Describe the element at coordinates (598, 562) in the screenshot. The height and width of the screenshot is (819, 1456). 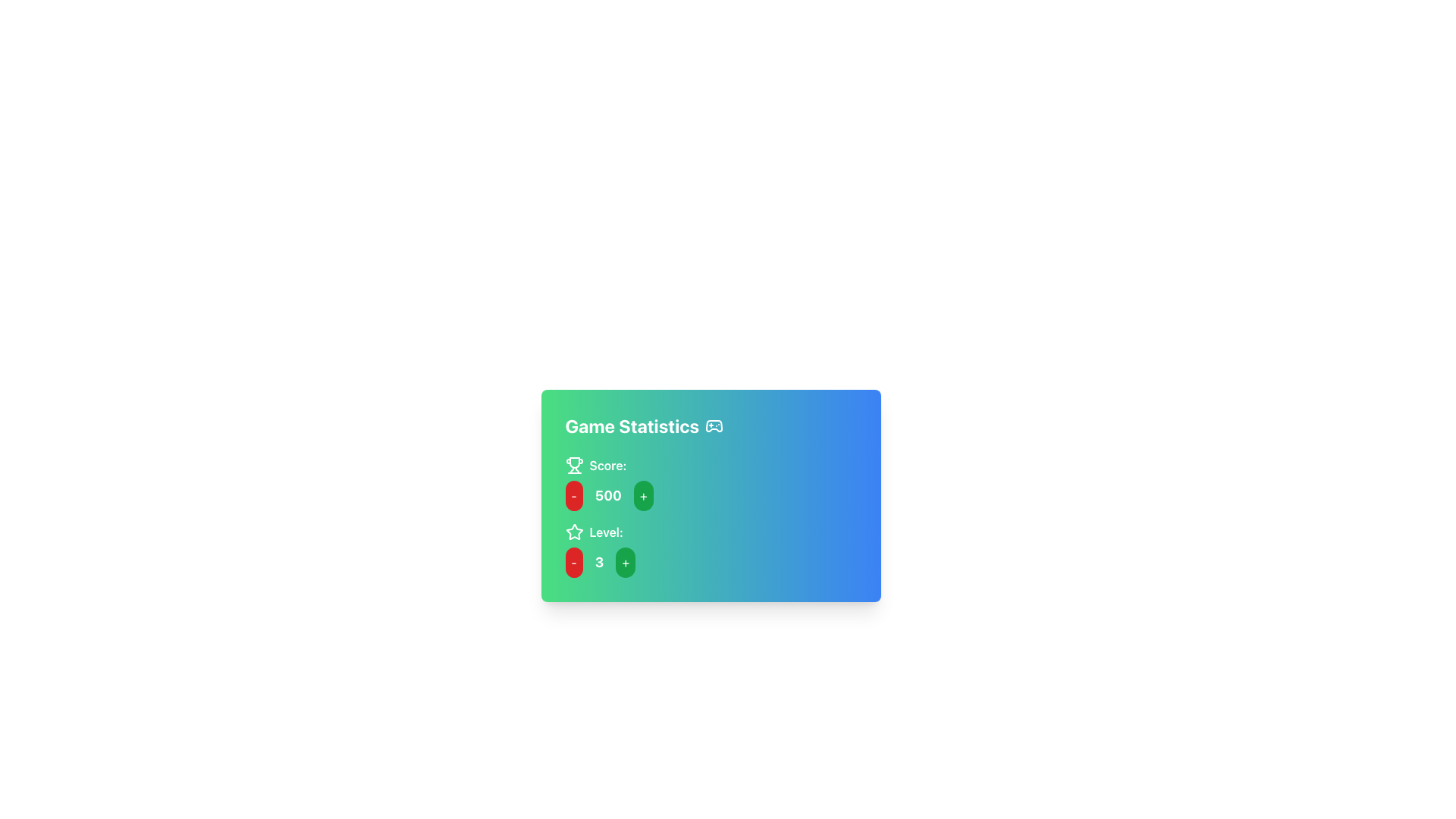
I see `current value displayed in the static text element showing '3' associated with 'Level', which is centrally positioned between the red '-' button and the green '+' button under the 'Level' subheading` at that location.